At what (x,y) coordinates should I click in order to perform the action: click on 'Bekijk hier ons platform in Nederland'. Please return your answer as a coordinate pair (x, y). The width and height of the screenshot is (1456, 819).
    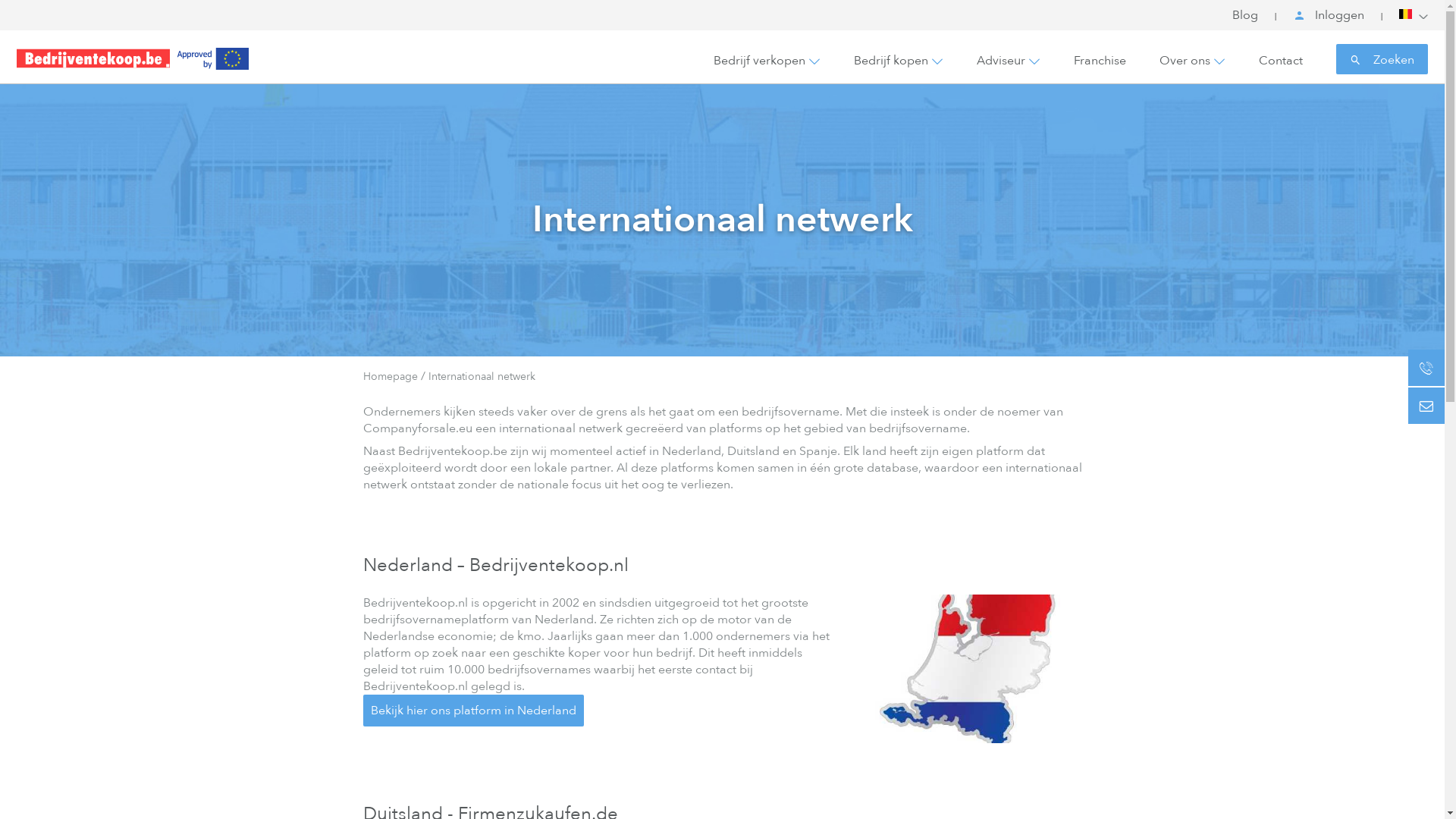
    Looking at the image, I should click on (472, 711).